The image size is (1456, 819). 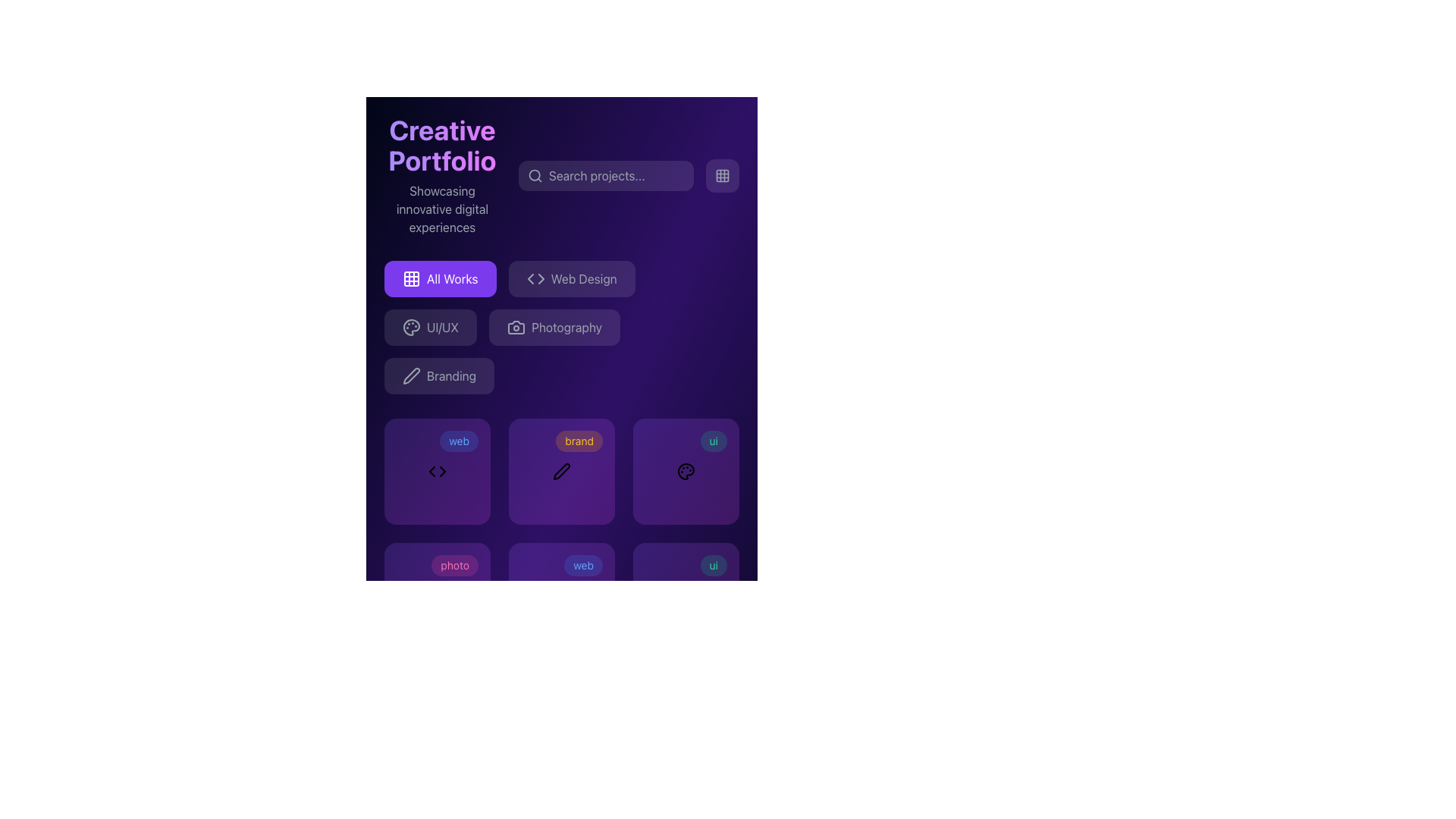 What do you see at coordinates (516, 327) in the screenshot?
I see `the camera icon, which is a small, minimalistic depiction of a camera located near the center-right of the interface, adjacent to the 'Photography' button` at bounding box center [516, 327].